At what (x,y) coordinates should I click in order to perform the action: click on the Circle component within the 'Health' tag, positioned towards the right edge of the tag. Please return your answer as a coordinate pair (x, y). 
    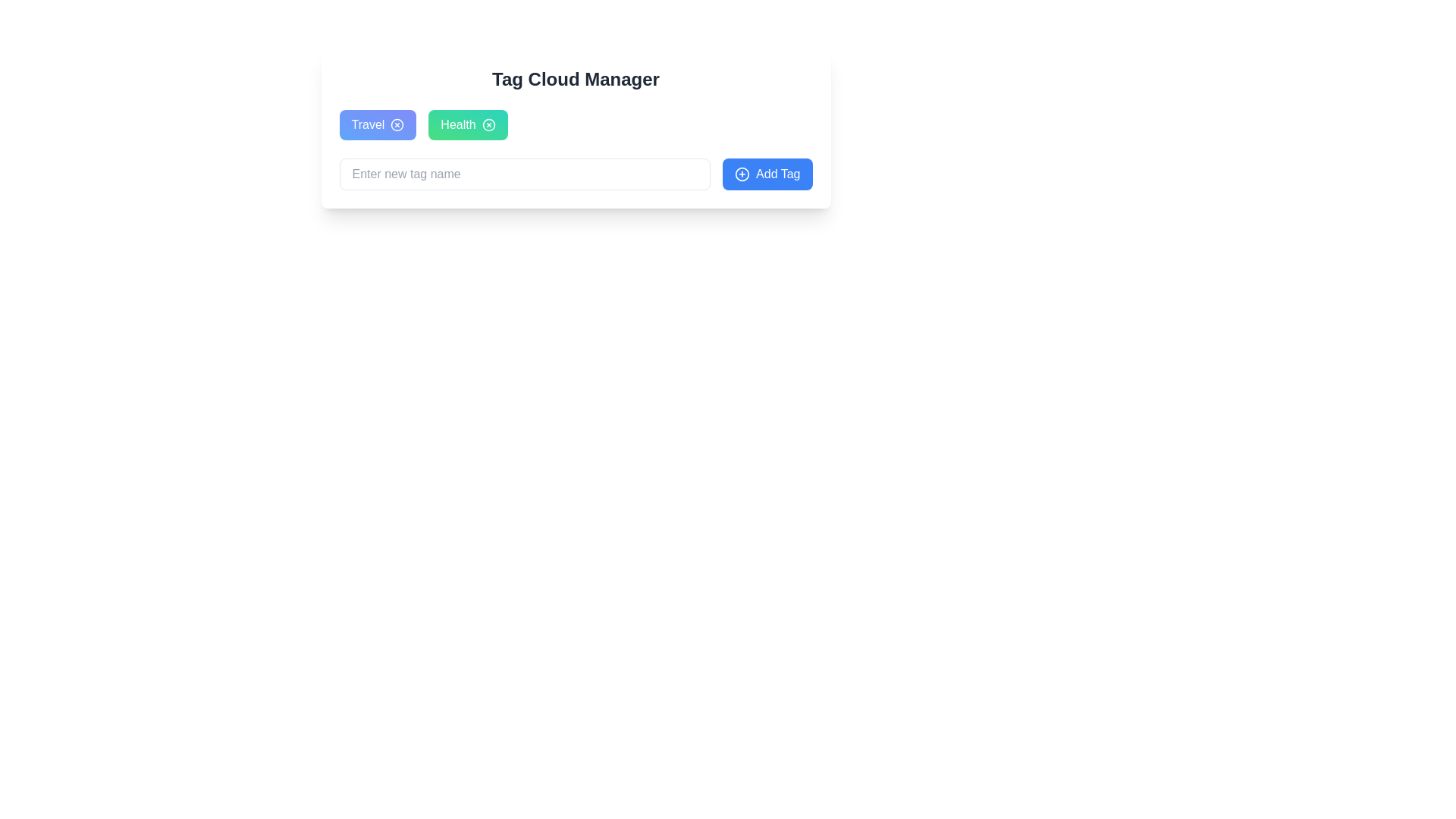
    Looking at the image, I should click on (488, 124).